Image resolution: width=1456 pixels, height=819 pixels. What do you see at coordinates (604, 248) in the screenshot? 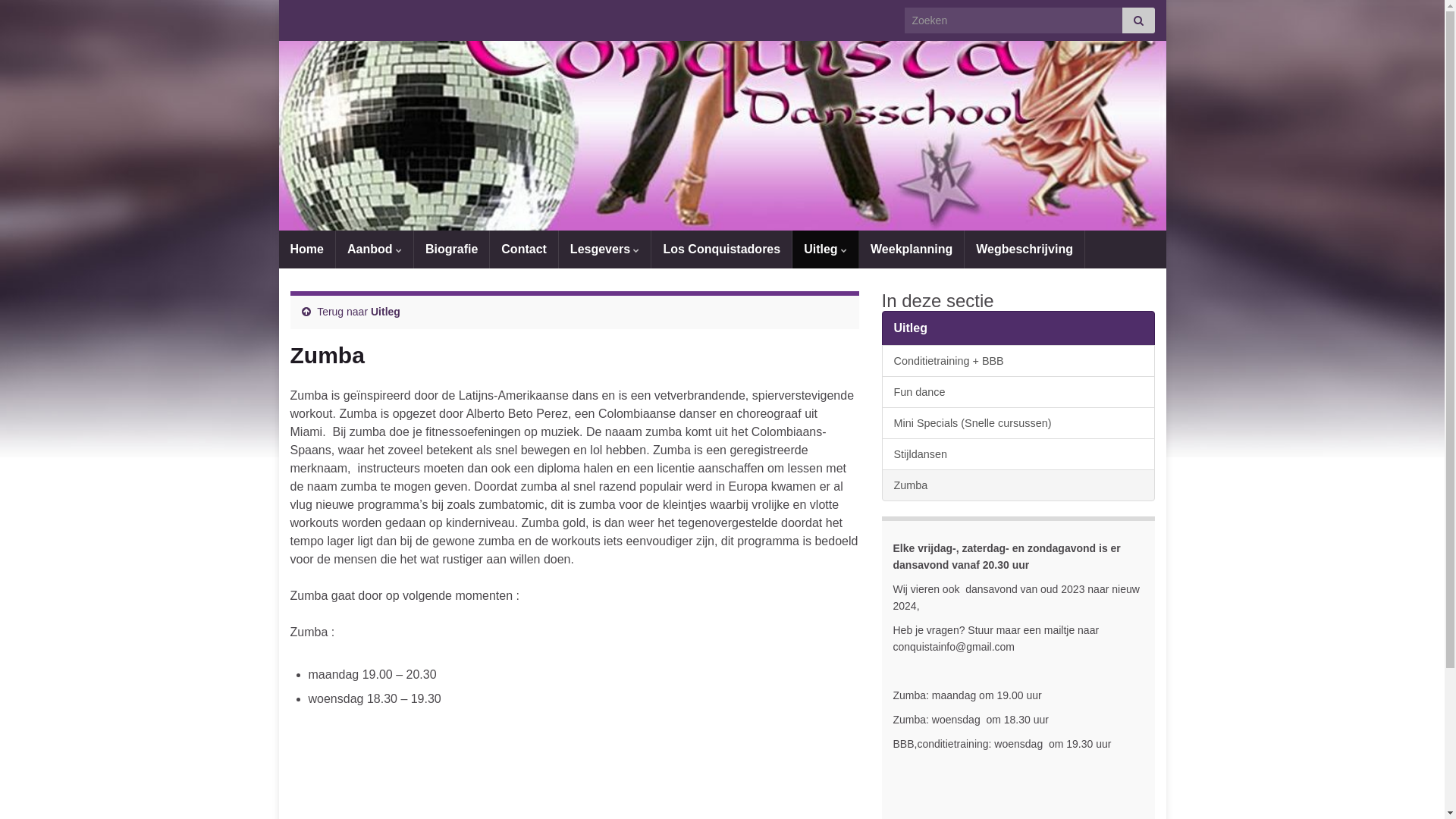
I see `'Lesgevers'` at bounding box center [604, 248].